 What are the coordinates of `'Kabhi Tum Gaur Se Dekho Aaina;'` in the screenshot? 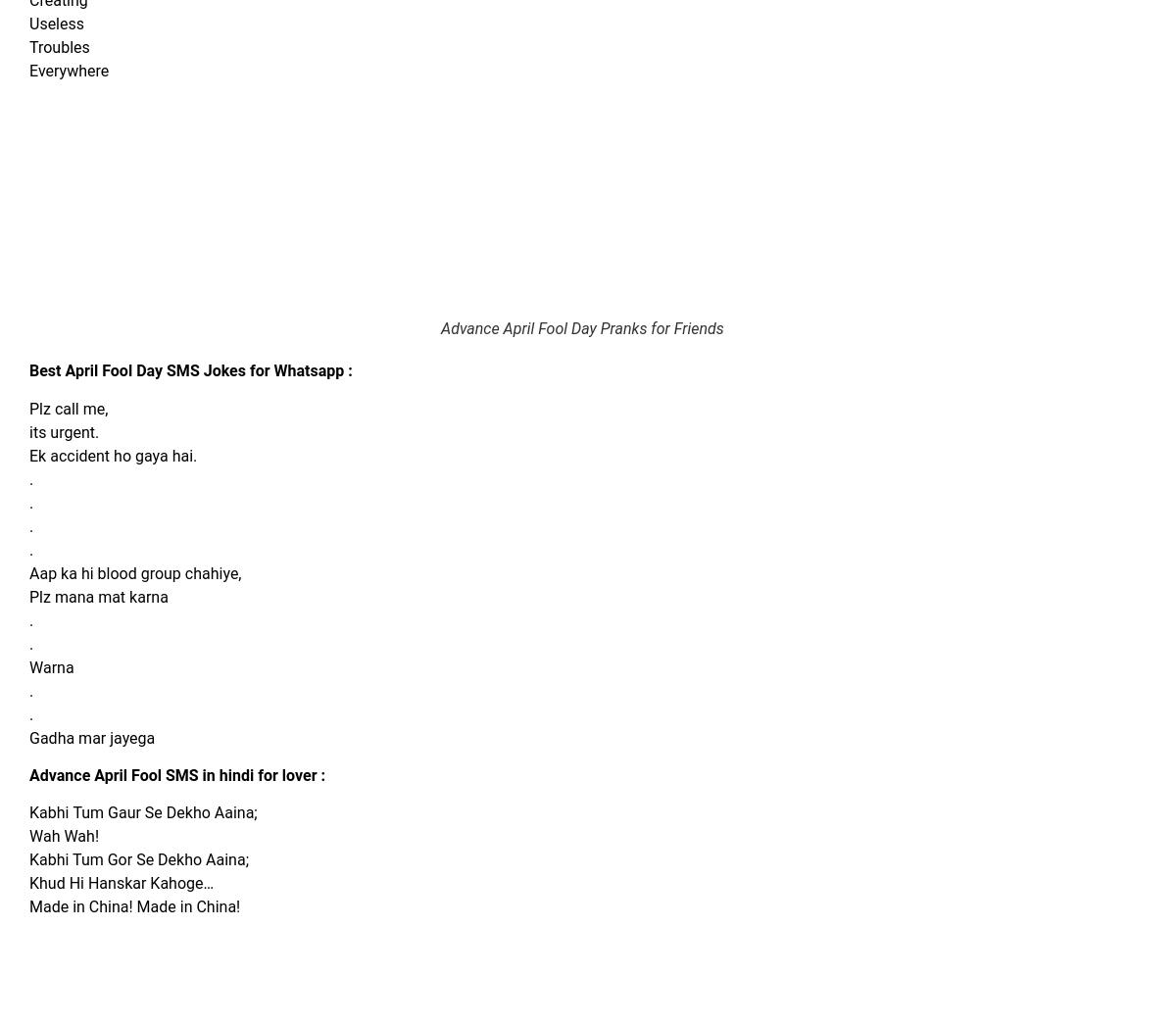 It's located at (143, 812).